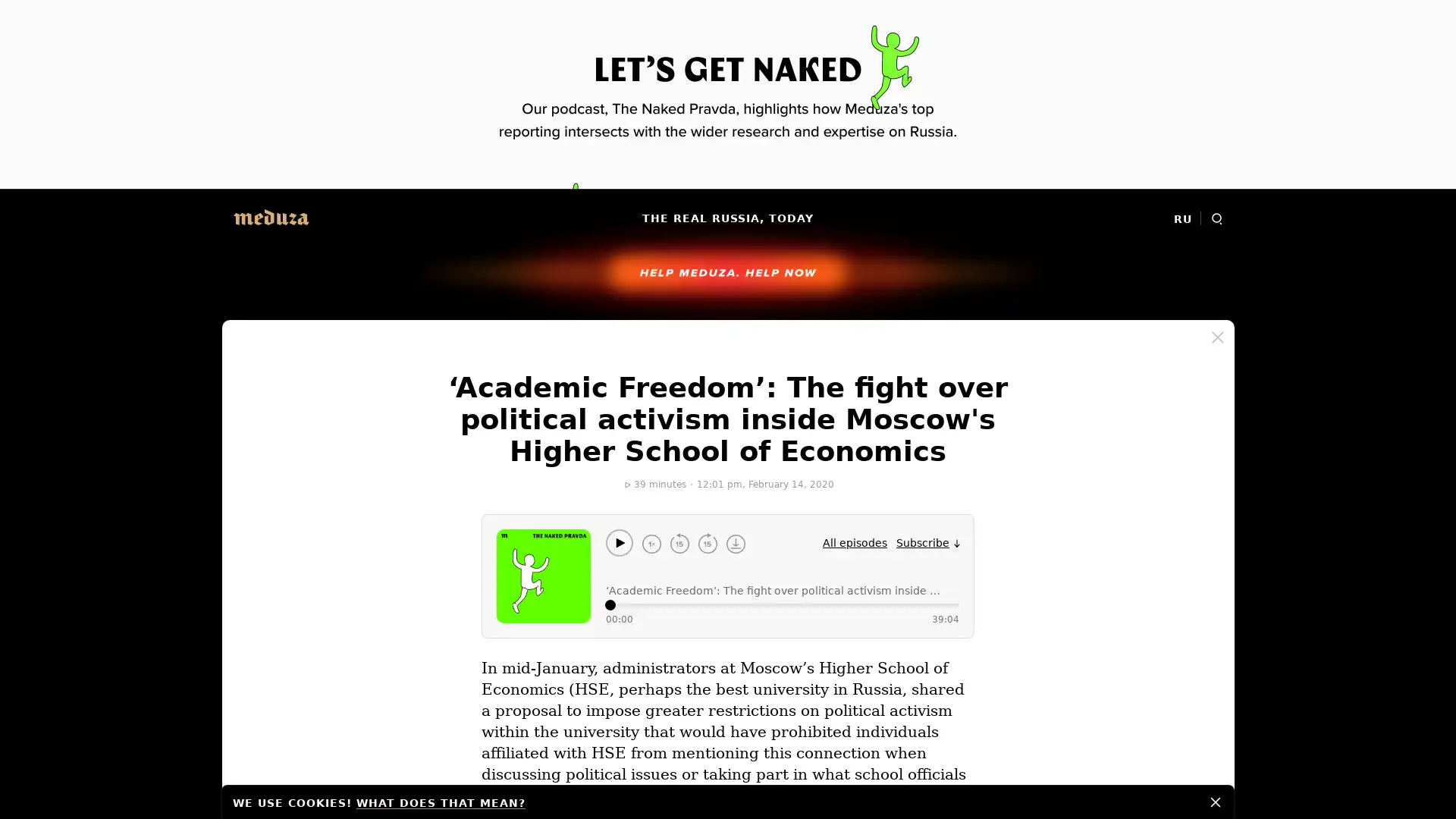 The width and height of the screenshot is (1456, 819). Describe the element at coordinates (1216, 800) in the screenshot. I see `Close notification` at that location.